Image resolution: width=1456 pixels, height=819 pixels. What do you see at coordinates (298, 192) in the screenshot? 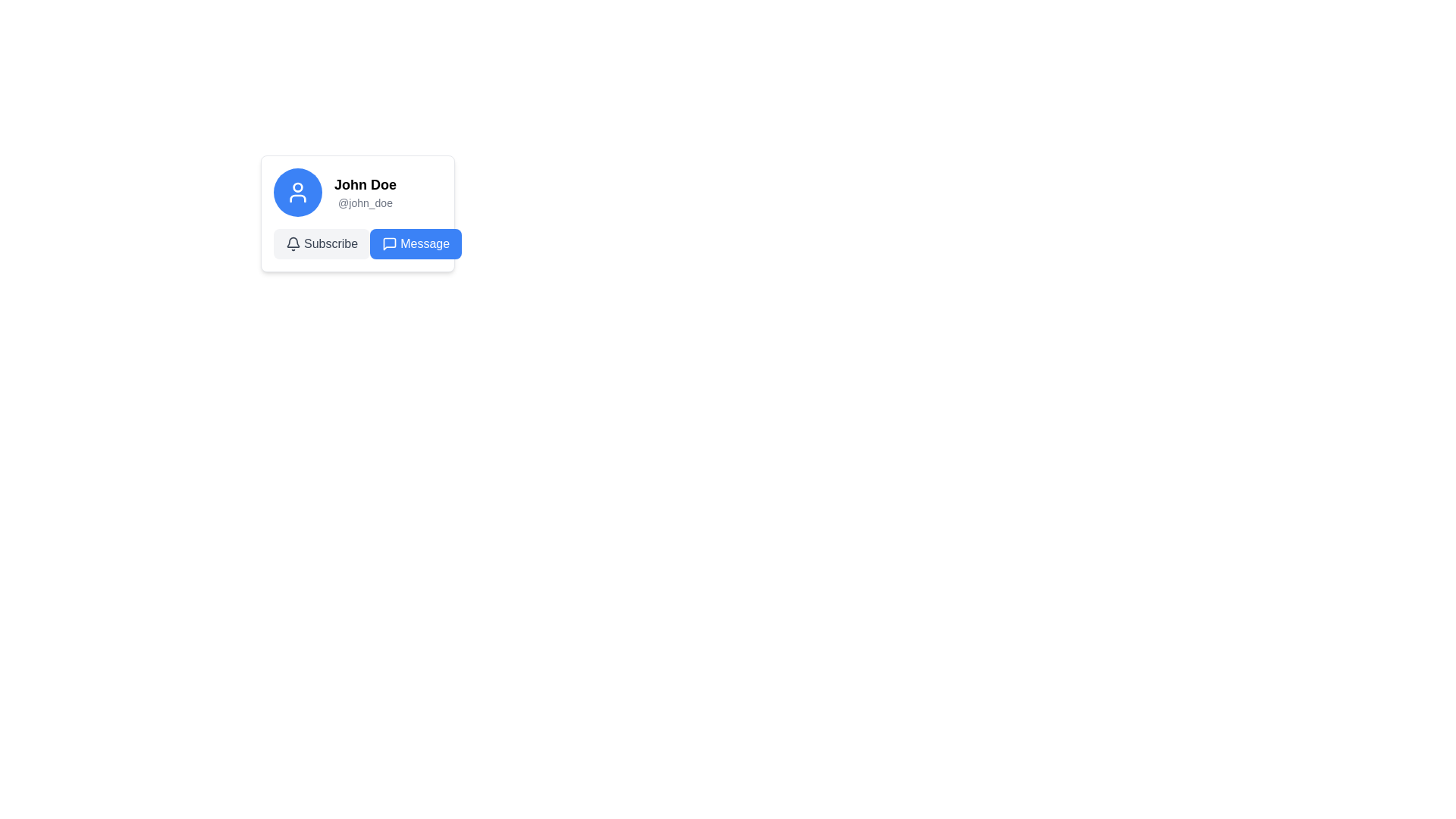
I see `the user profile icon located at the top-left corner of the card interface` at bounding box center [298, 192].